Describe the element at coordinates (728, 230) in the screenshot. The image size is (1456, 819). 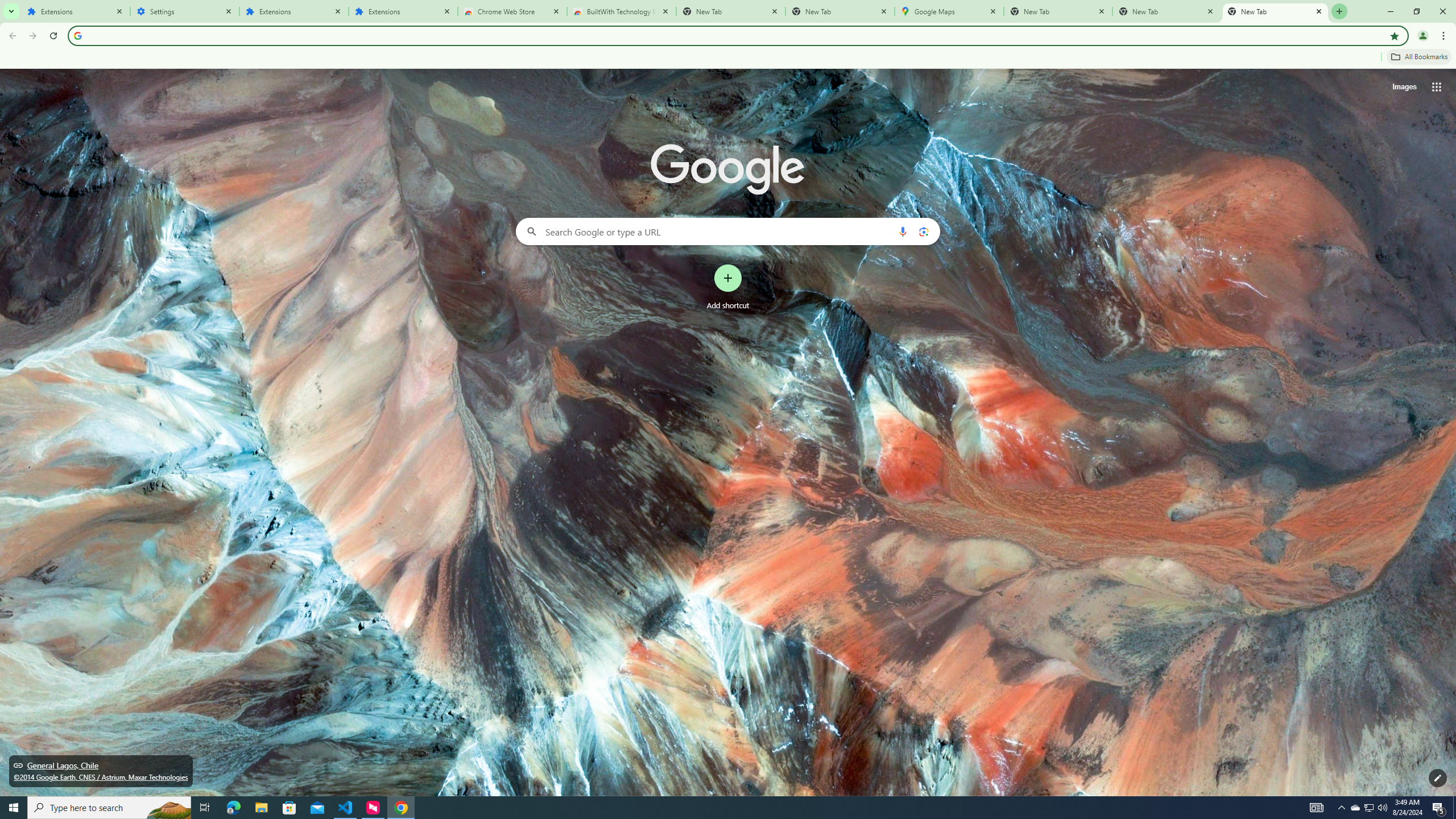
I see `'Search Google or type a URL'` at that location.